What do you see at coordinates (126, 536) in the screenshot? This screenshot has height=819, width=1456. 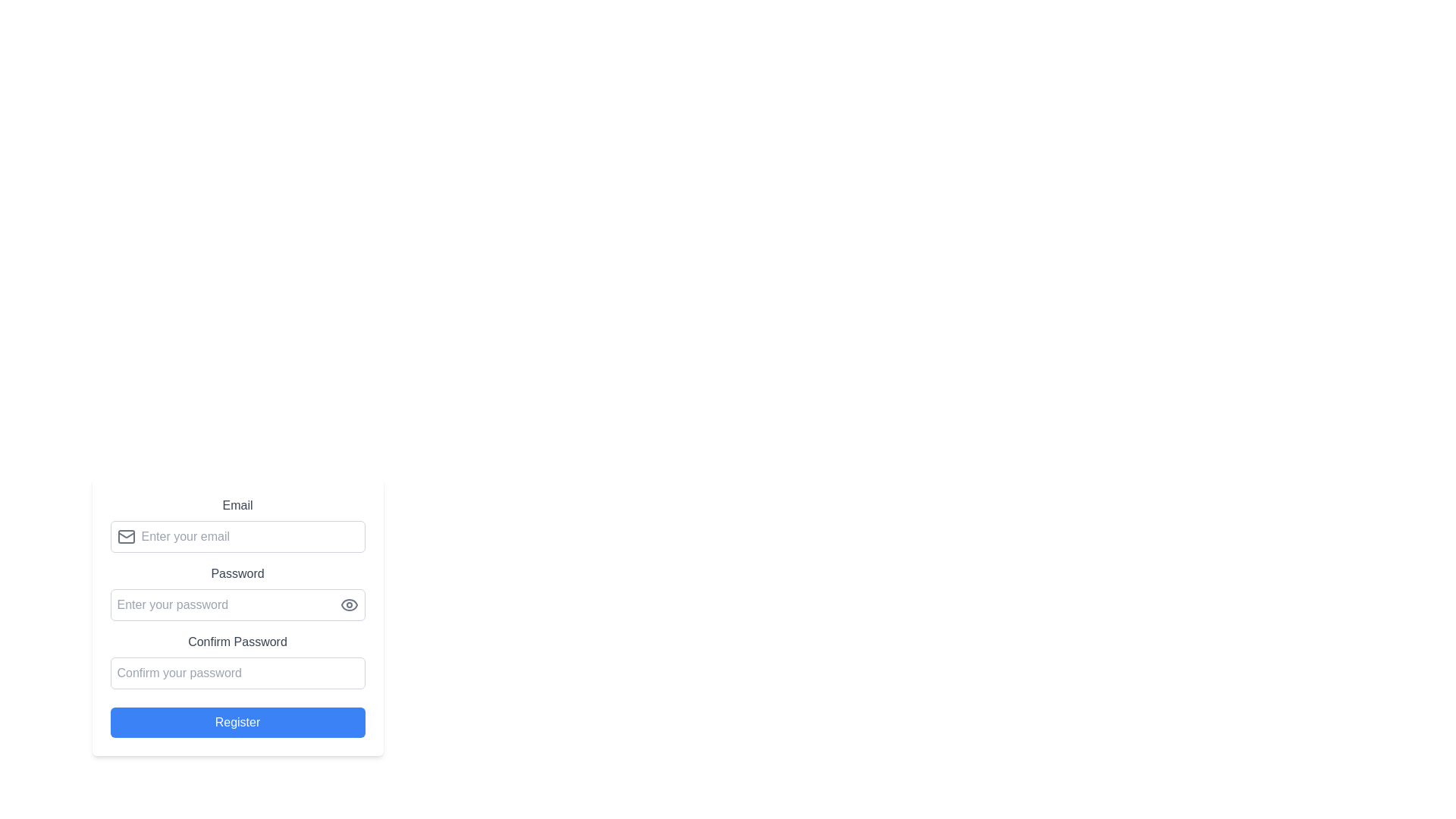 I see `the envelope-shaped icon with gray stroke lines, located to the immediate left of the email input field labeled 'Enter your email'` at bounding box center [126, 536].